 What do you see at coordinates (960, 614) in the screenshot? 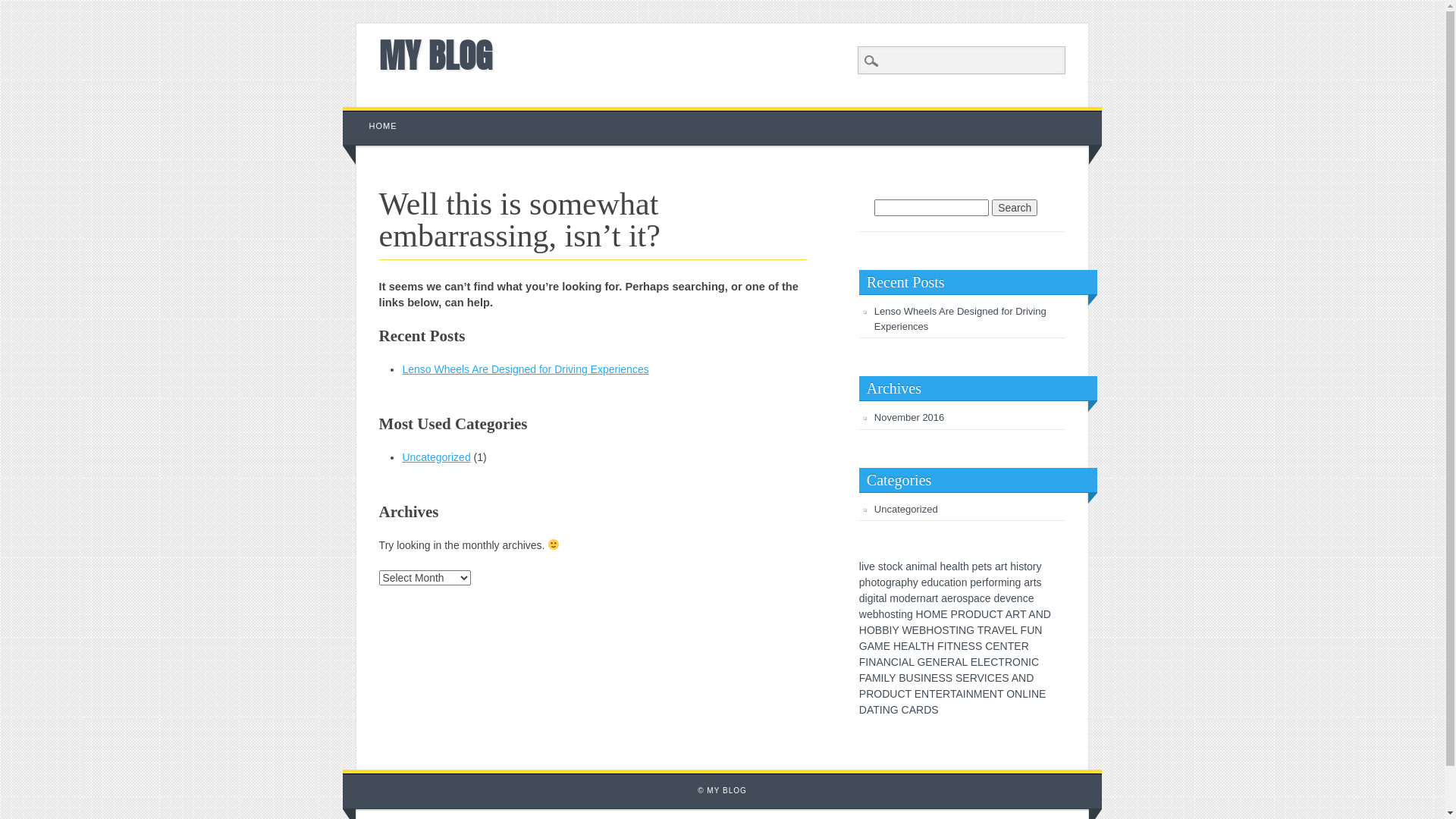
I see `'R'` at bounding box center [960, 614].